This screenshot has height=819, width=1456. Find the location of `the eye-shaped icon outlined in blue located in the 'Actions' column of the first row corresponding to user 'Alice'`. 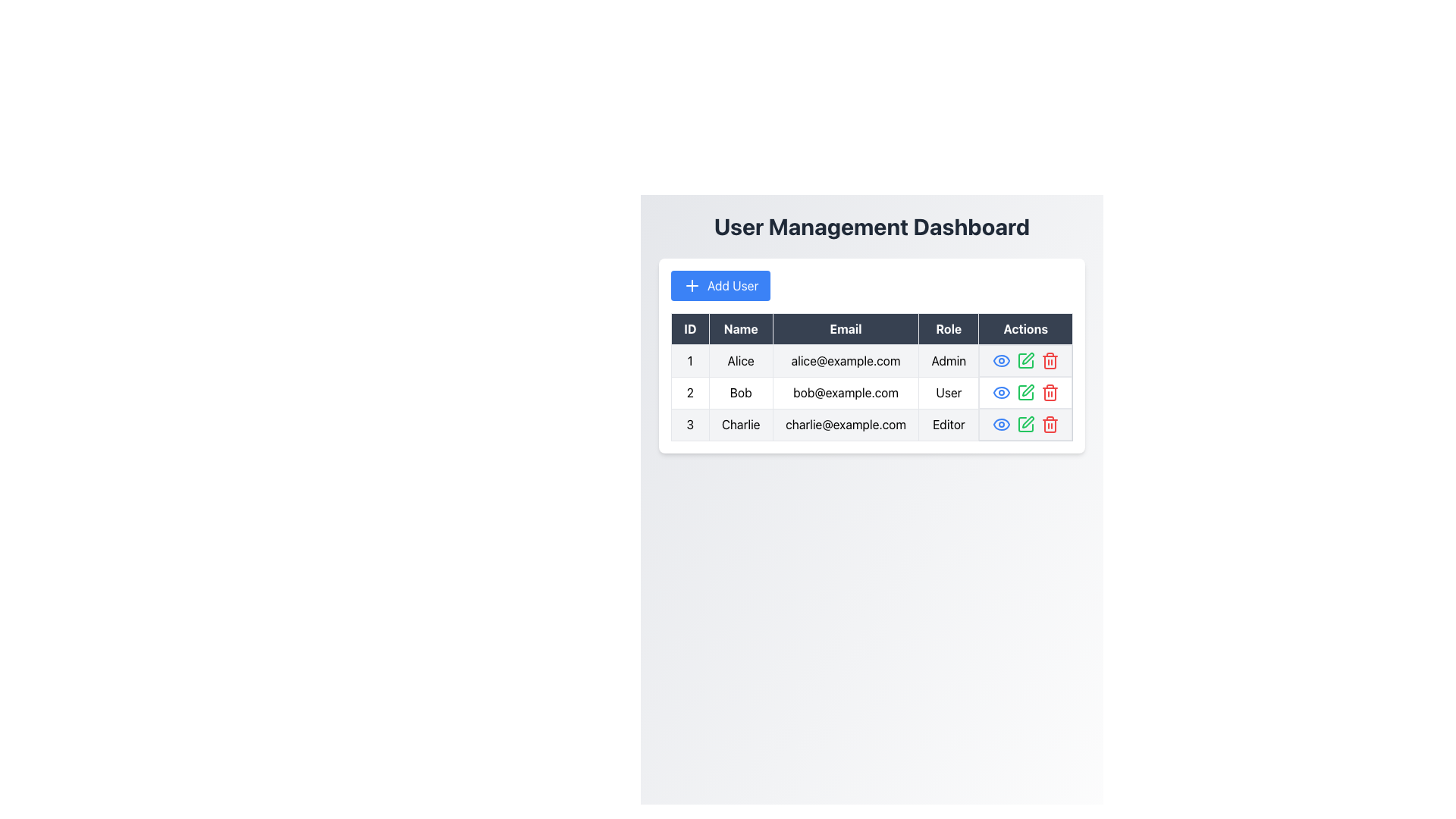

the eye-shaped icon outlined in blue located in the 'Actions' column of the first row corresponding to user 'Alice' is located at coordinates (1001, 360).